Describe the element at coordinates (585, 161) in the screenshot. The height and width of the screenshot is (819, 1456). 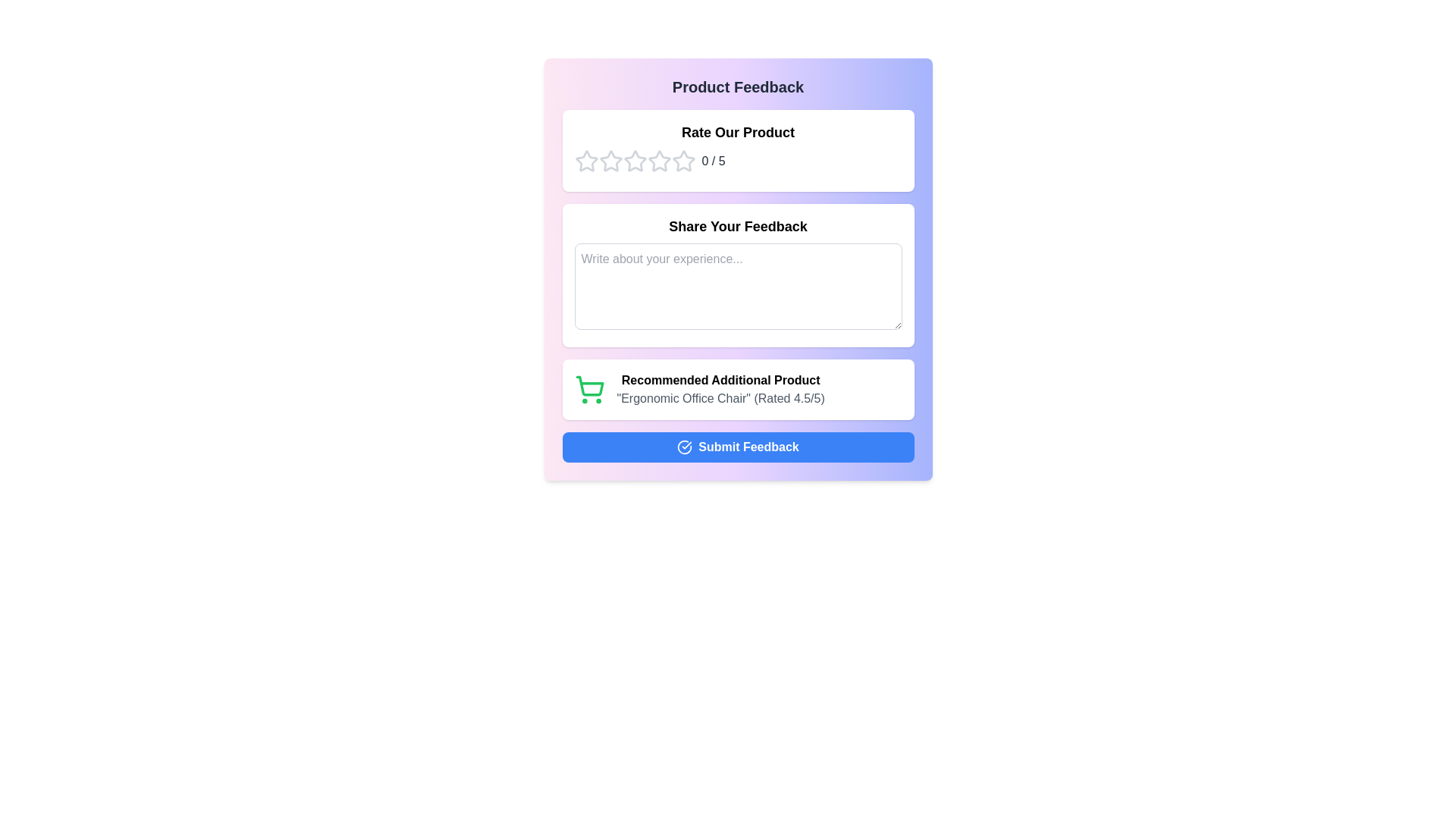
I see `the first interactive rating star icon in the 'Rate Our Product' section` at that location.